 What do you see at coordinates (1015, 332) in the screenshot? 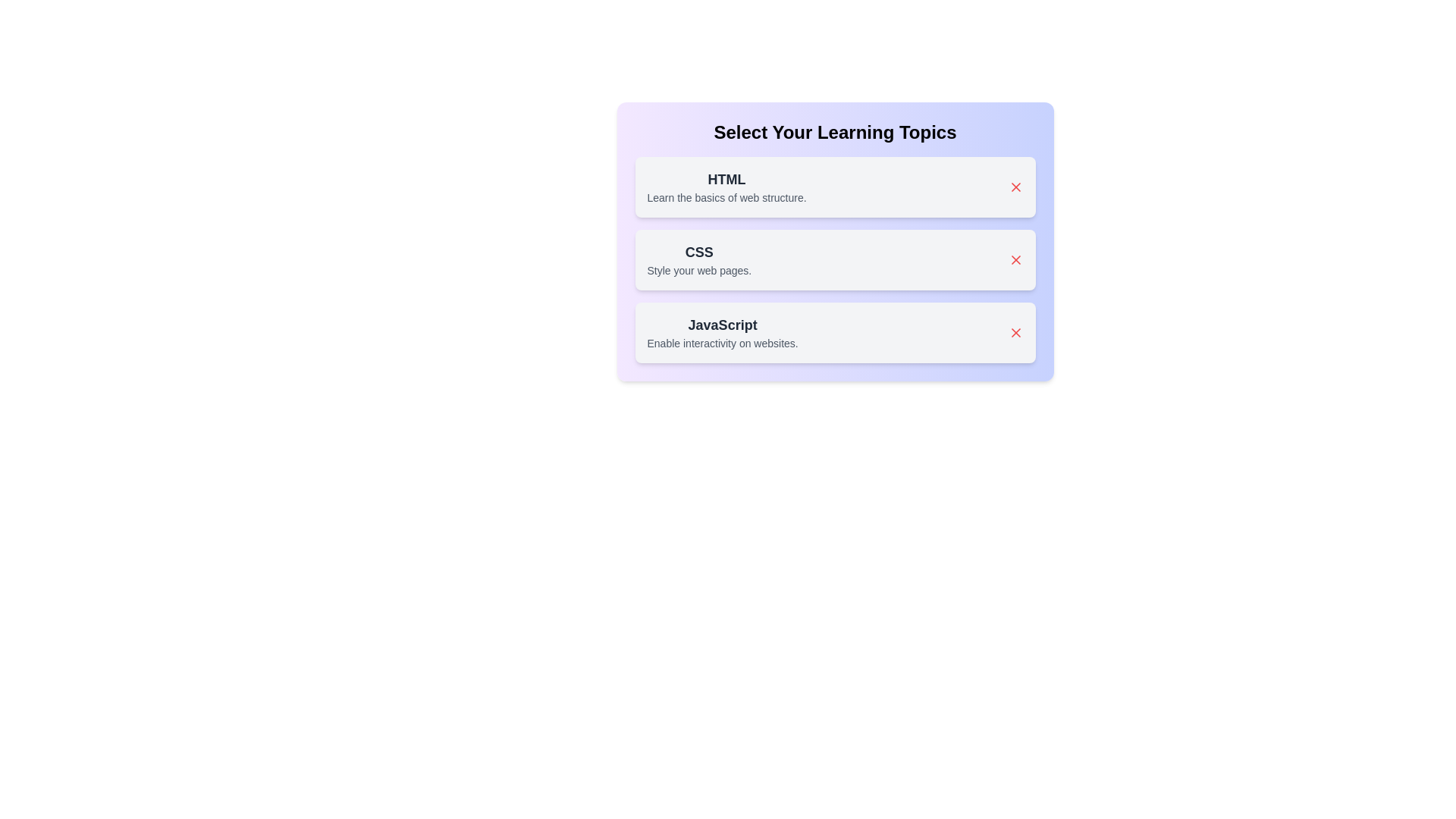
I see `red X button to remove the topic JavaScript` at bounding box center [1015, 332].